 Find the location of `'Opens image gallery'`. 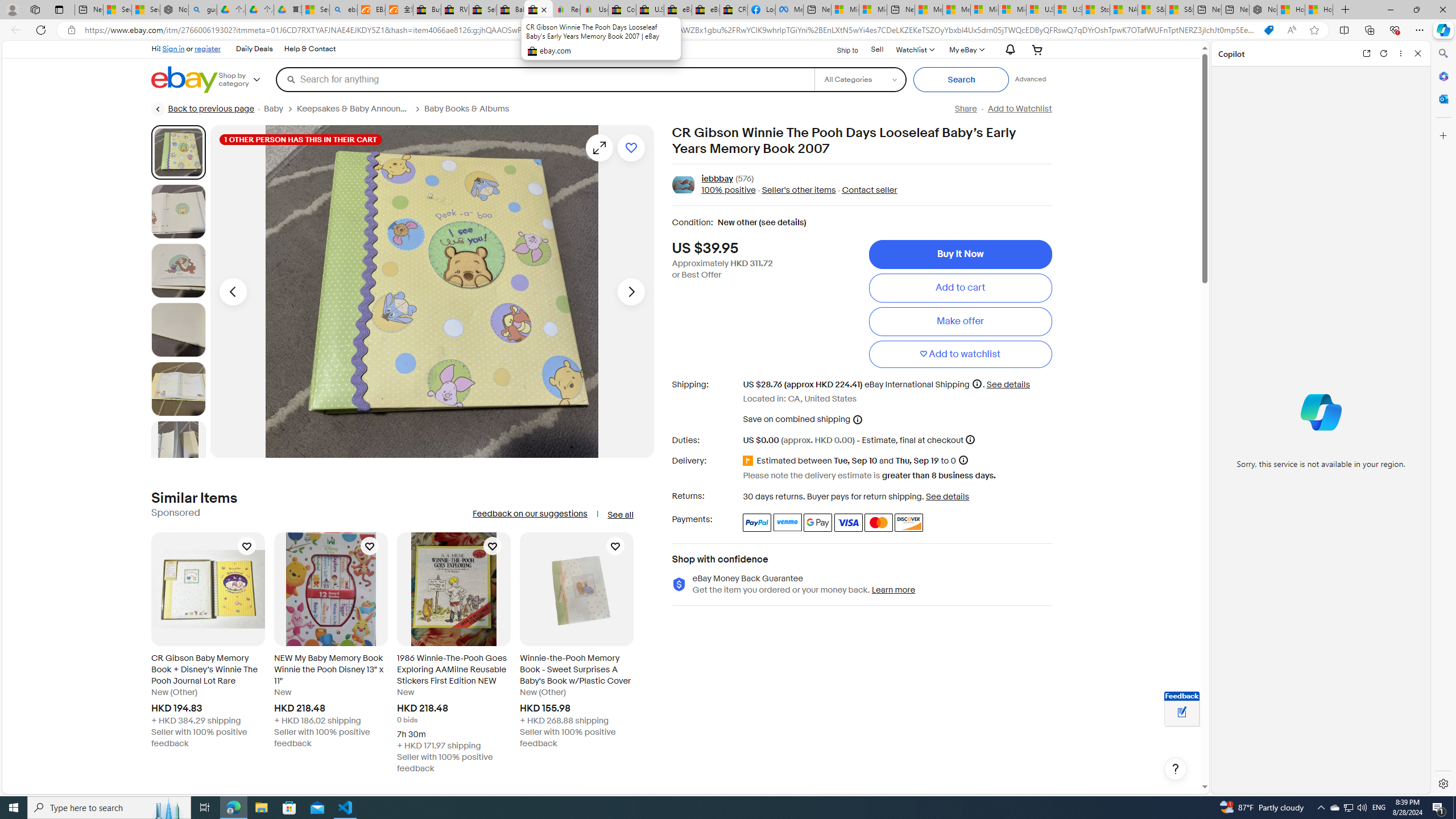

'Opens image gallery' is located at coordinates (598, 147).